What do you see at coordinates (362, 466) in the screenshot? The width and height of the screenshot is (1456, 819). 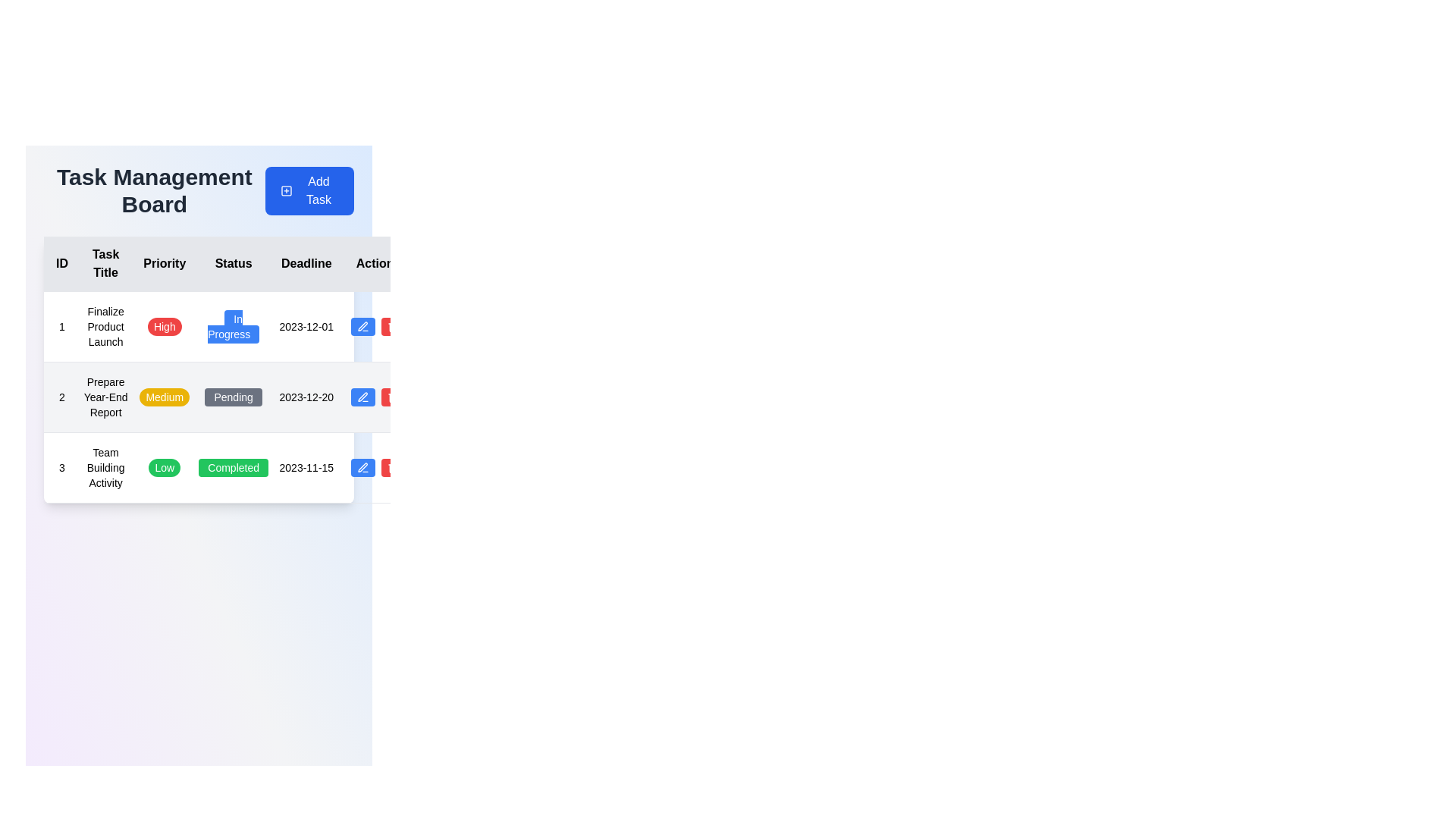 I see `the pen icon in the Action column next to the task 'Prepare Year-End Report'` at bounding box center [362, 466].